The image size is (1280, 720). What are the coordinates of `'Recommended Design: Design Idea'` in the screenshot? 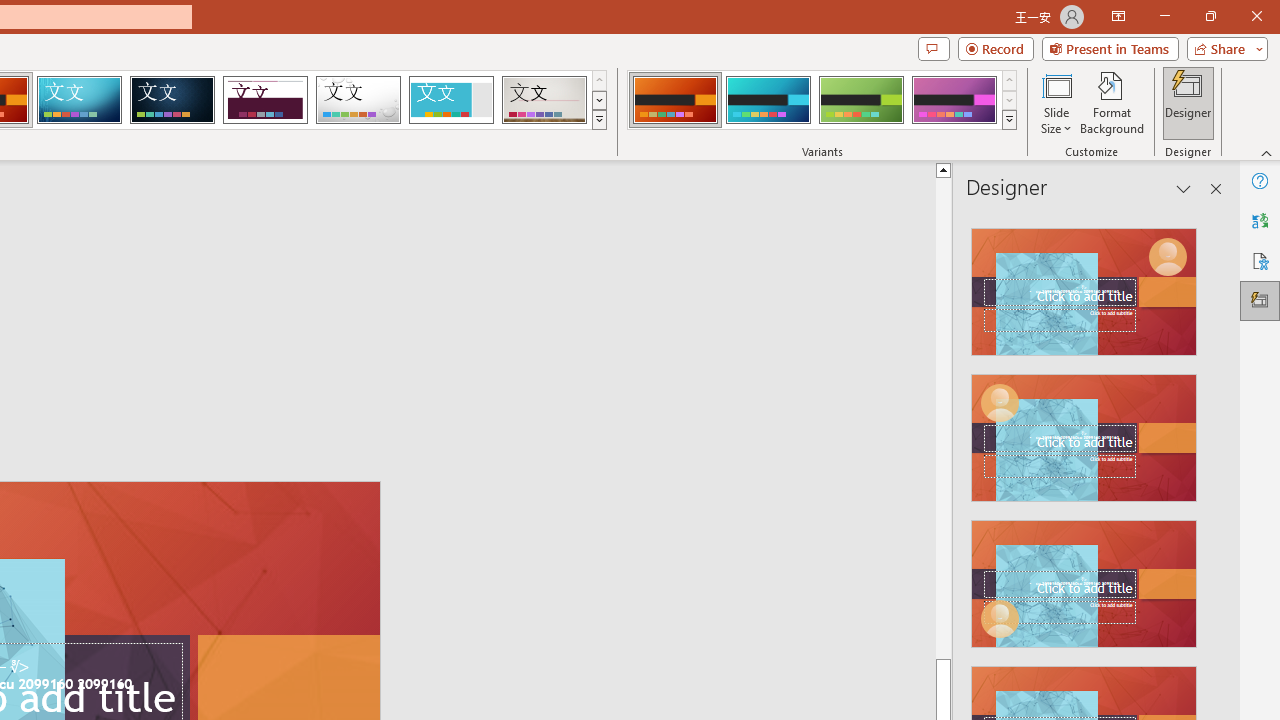 It's located at (1083, 286).